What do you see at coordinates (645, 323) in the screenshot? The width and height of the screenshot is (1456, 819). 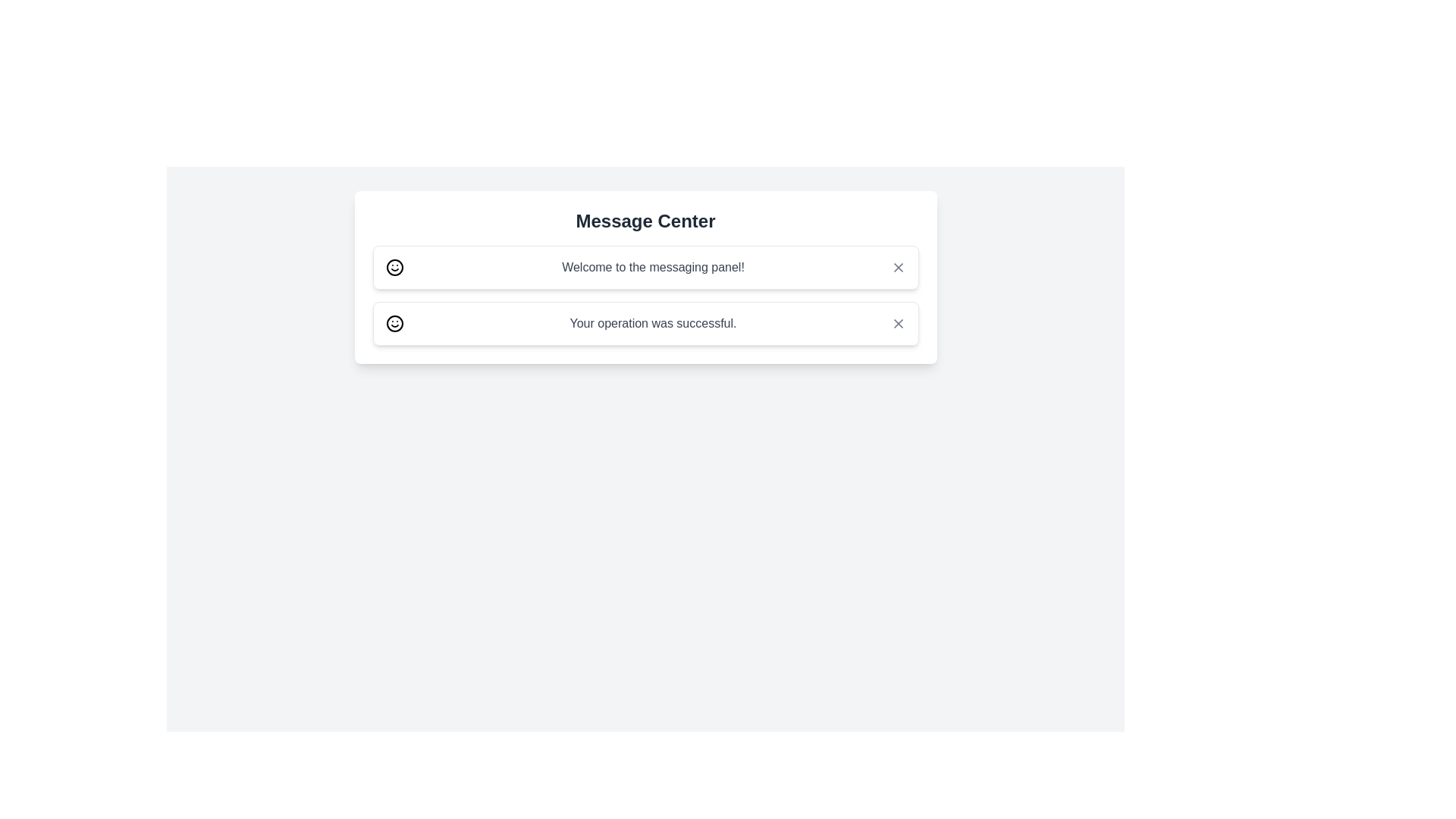 I see `the Notification element that contains the text 'Your operation was successful.'` at bounding box center [645, 323].